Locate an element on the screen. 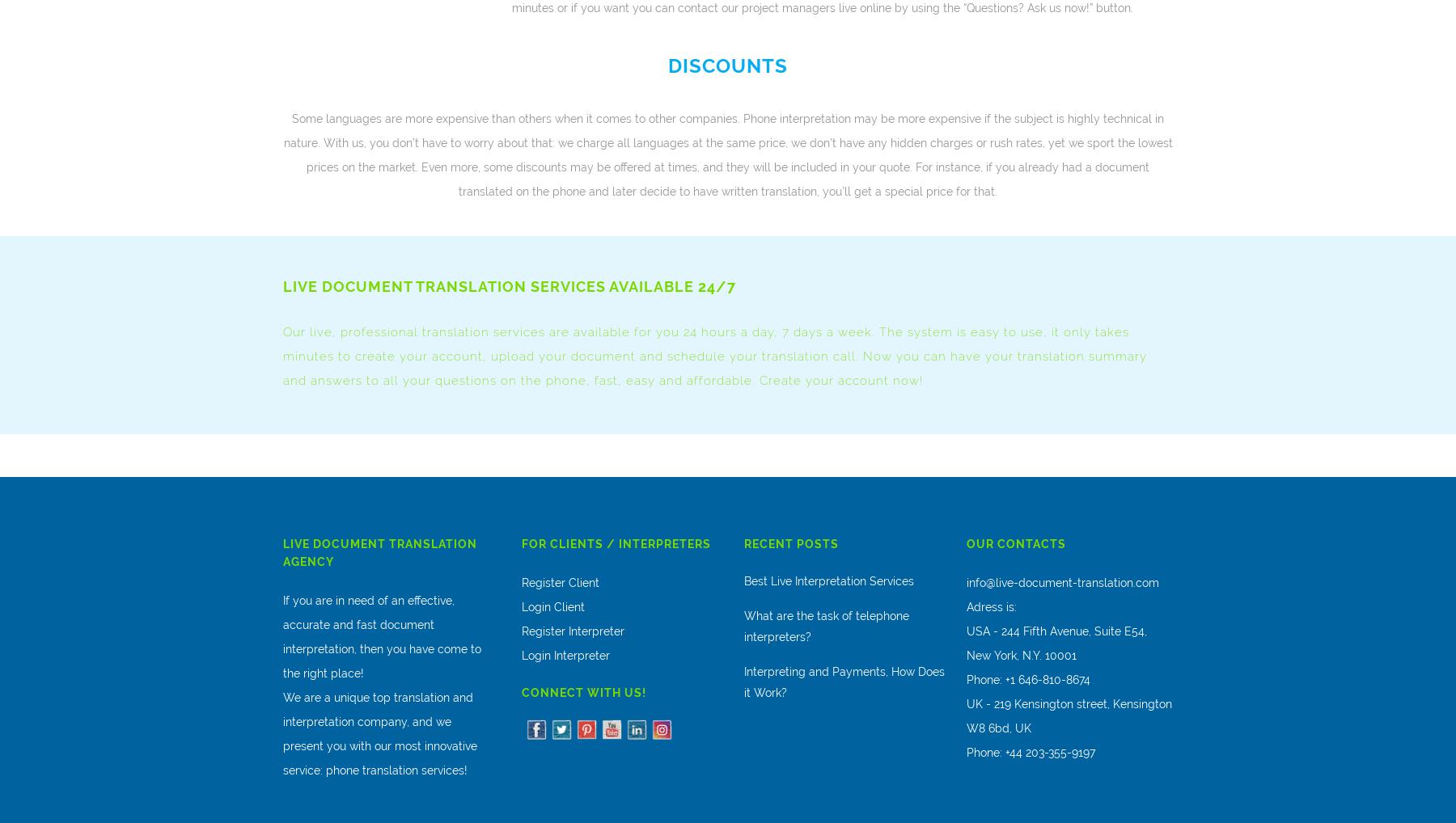  'UK - 219 Kensington street, Kensington W8 6bd, UK' is located at coordinates (1069, 715).